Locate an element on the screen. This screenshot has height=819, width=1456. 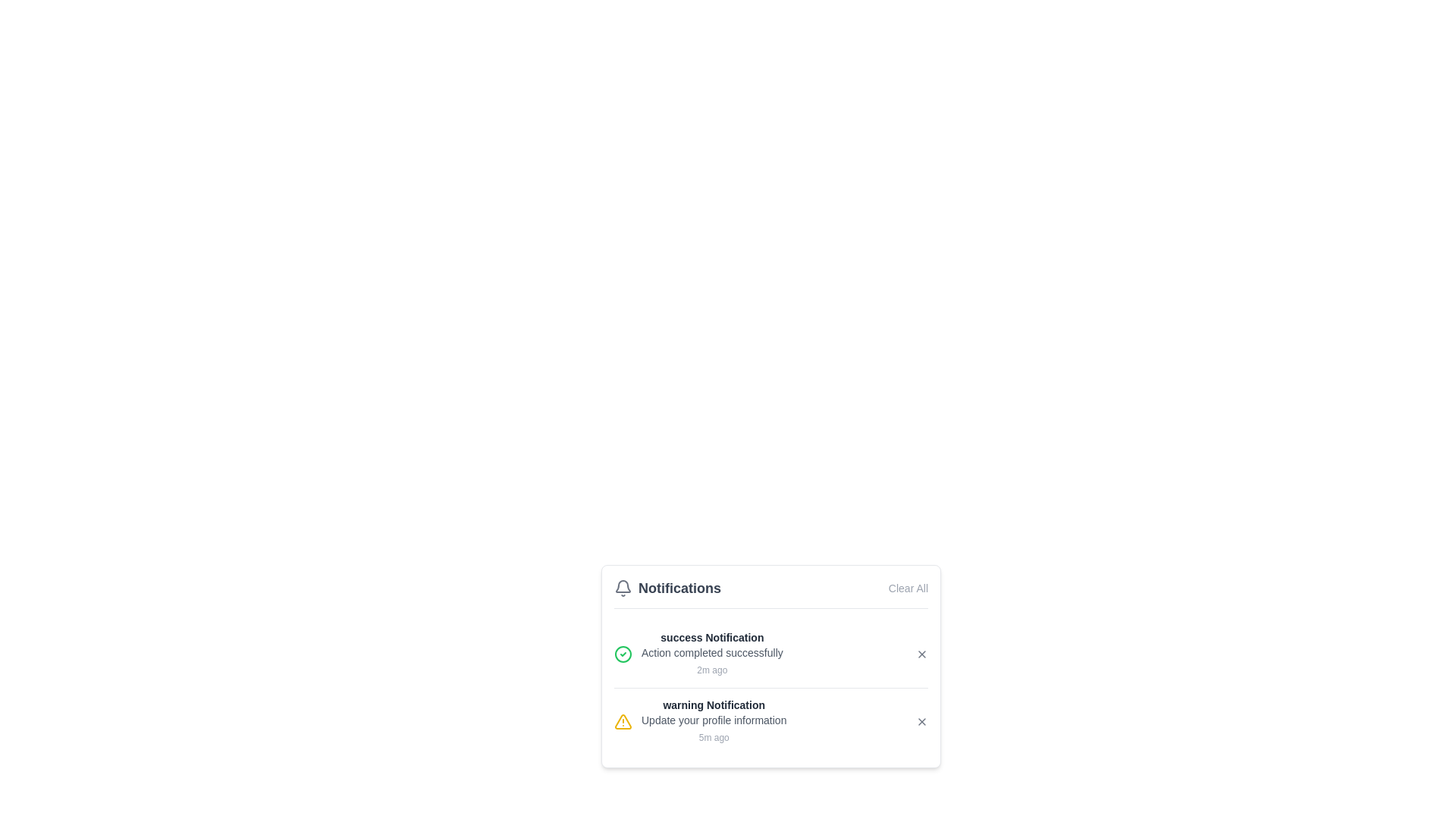
the appearance of the bell icon, which symbolizes notifications and is the first element in the notification header section, located to the left of the 'Notifications' text is located at coordinates (623, 587).